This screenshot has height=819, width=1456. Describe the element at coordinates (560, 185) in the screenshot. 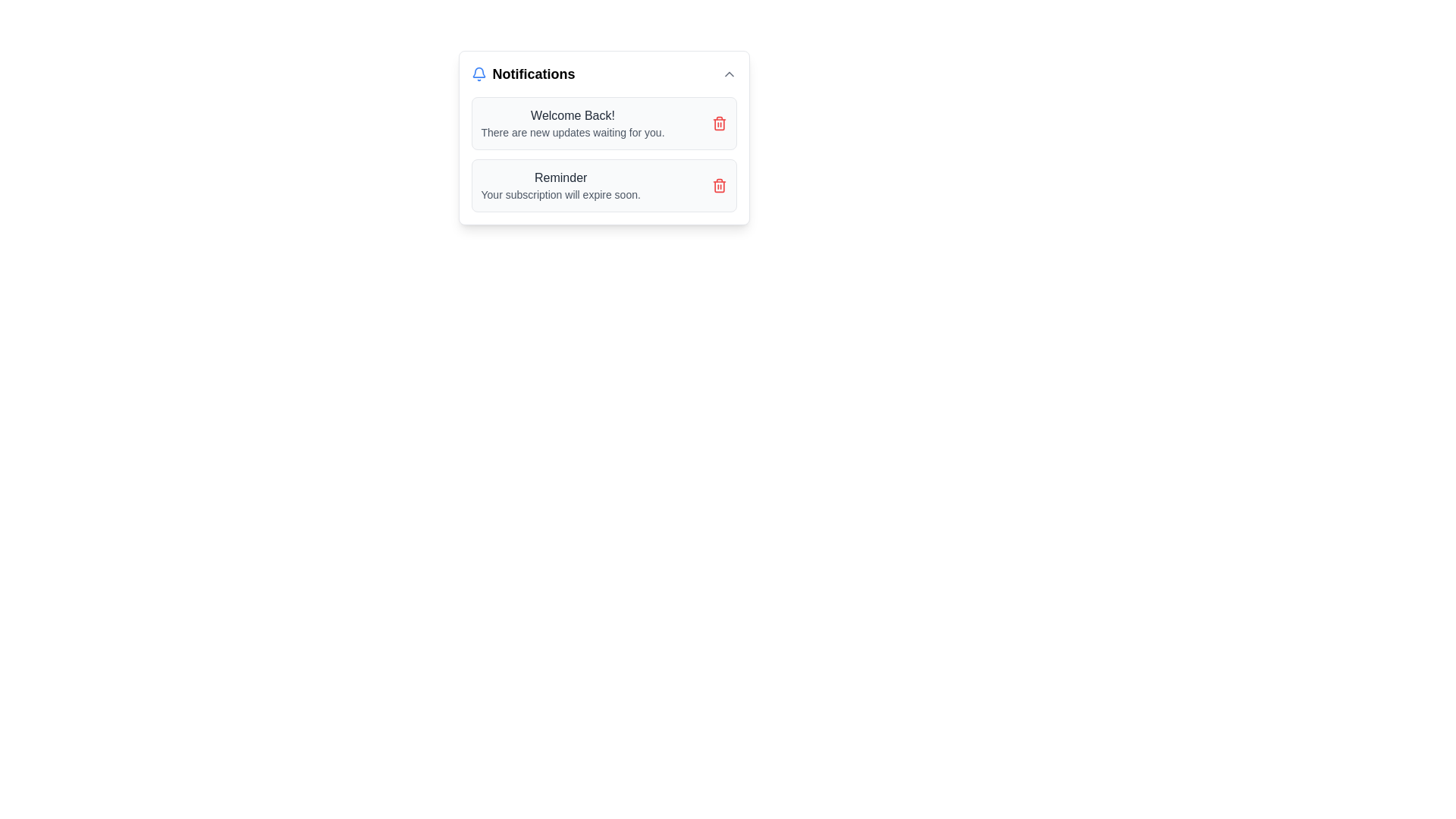

I see `the Notification Text Block that informs users about the expiration of their subscription, located in the notification panel as the second item in the list` at that location.